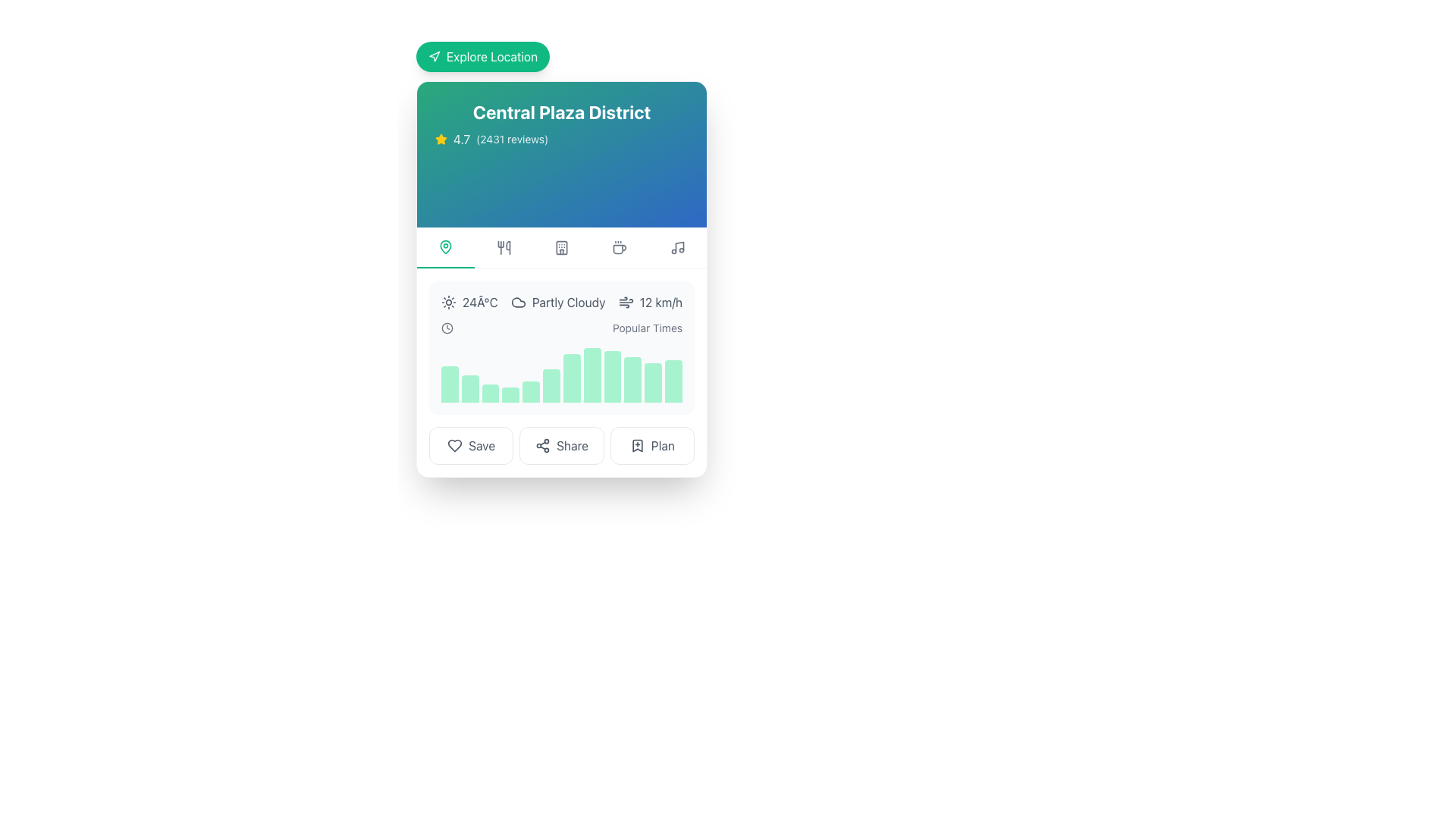  I want to click on the music icon located in the navigational bar, positioned second from the left among similarly styled icons, so click(676, 247).